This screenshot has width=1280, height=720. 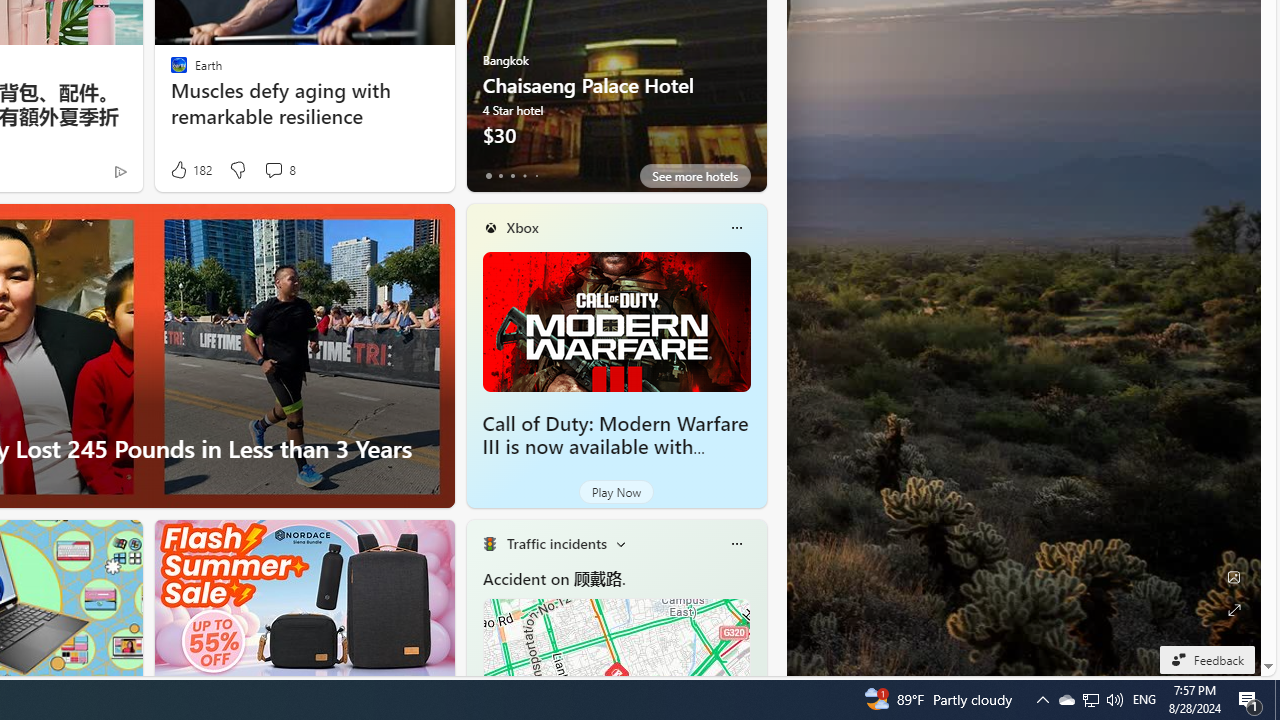 I want to click on 'tab-4', so click(x=536, y=175).